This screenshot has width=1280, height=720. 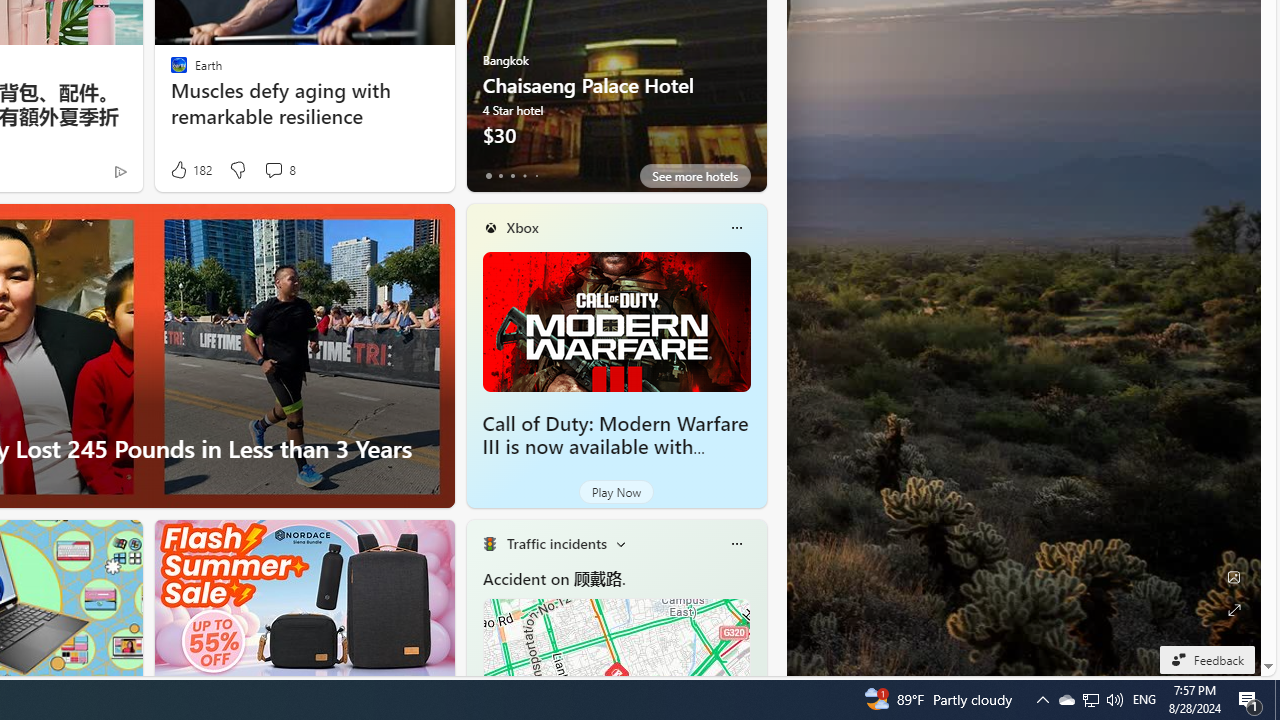 I want to click on 'tab-4', so click(x=536, y=175).